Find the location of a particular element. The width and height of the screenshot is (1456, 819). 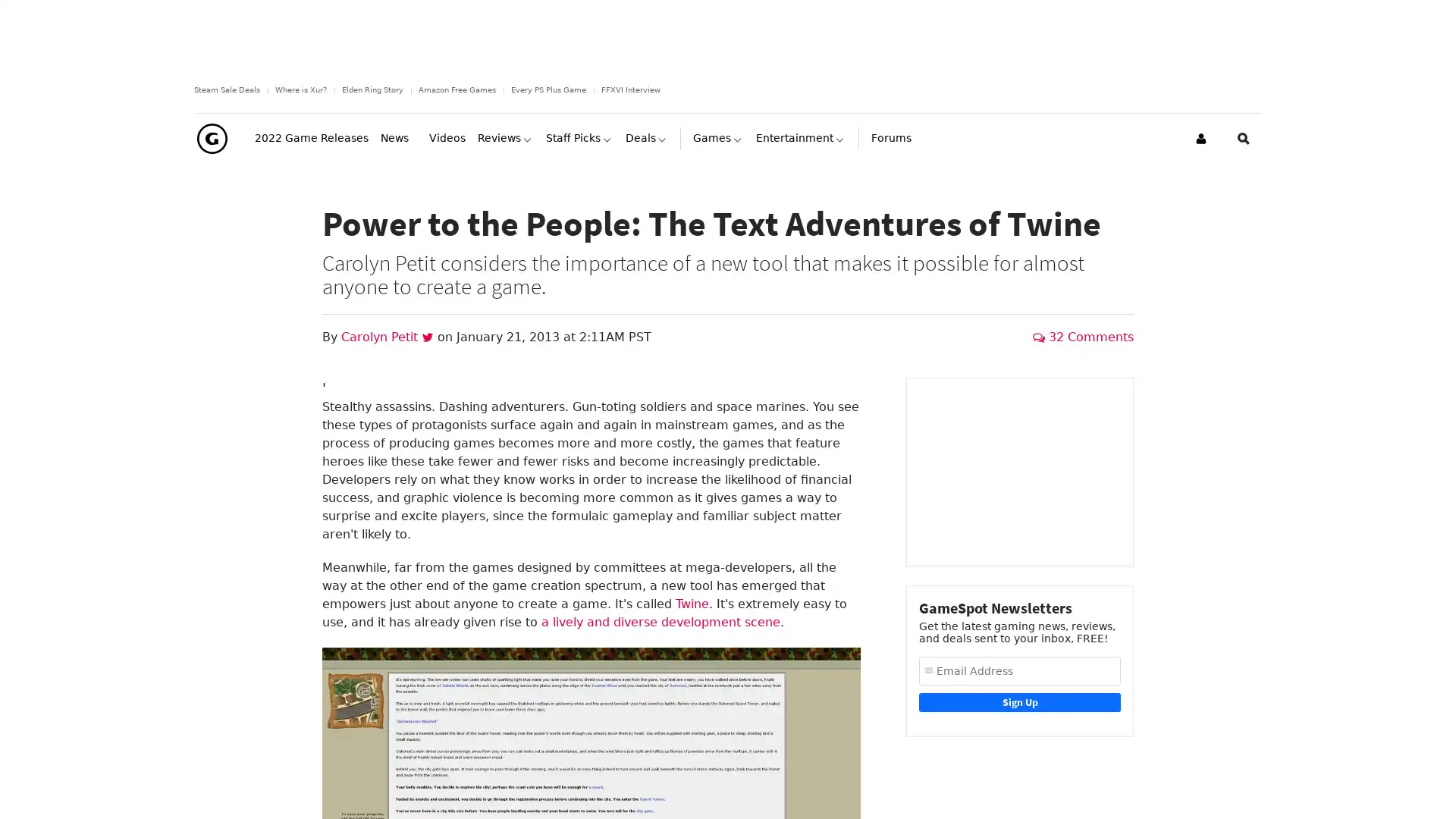

Open Site Search is located at coordinates (1244, 145).